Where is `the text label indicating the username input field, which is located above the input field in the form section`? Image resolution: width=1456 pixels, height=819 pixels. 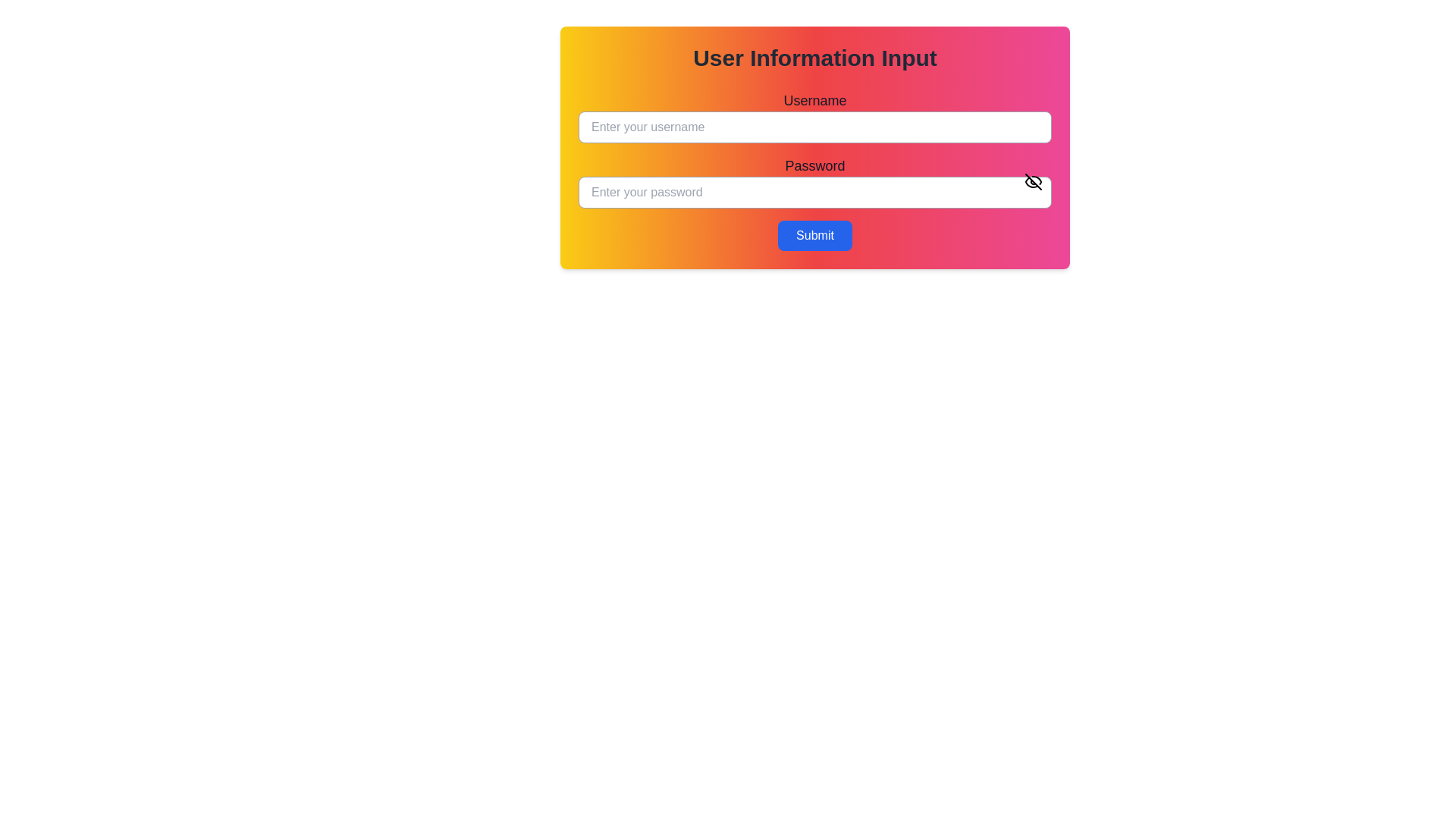
the text label indicating the username input field, which is located above the input field in the form section is located at coordinates (814, 100).